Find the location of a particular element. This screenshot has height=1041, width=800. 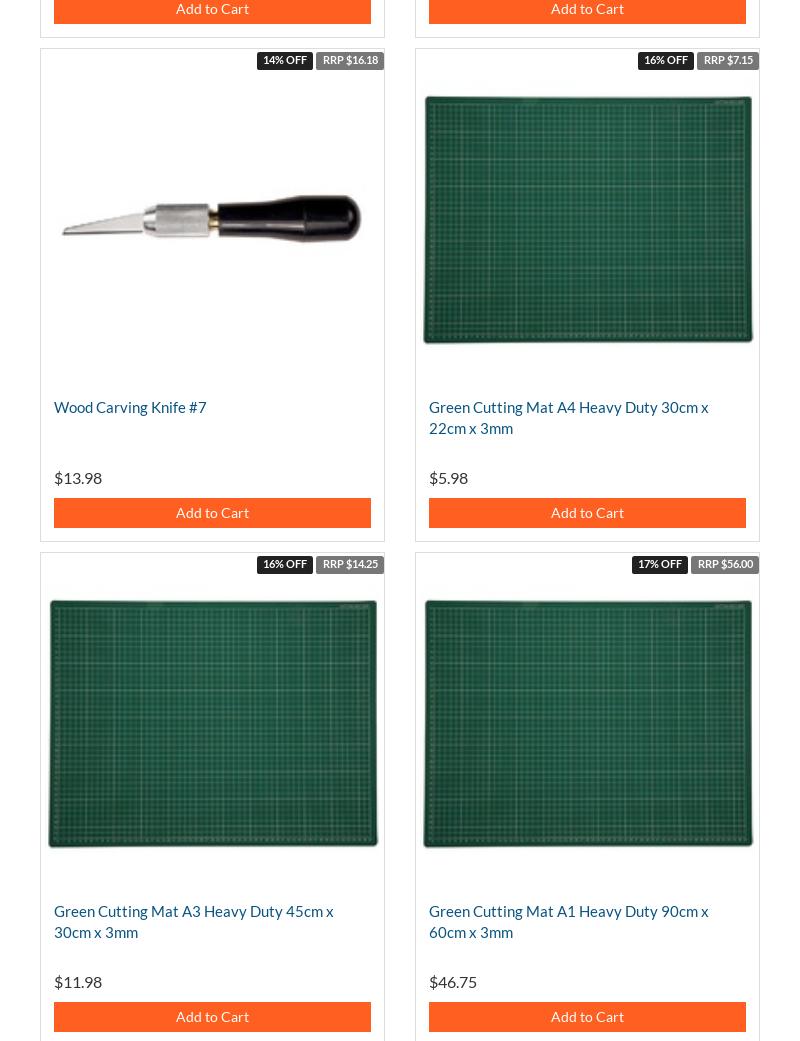

'RRP $7.15' is located at coordinates (726, 58).